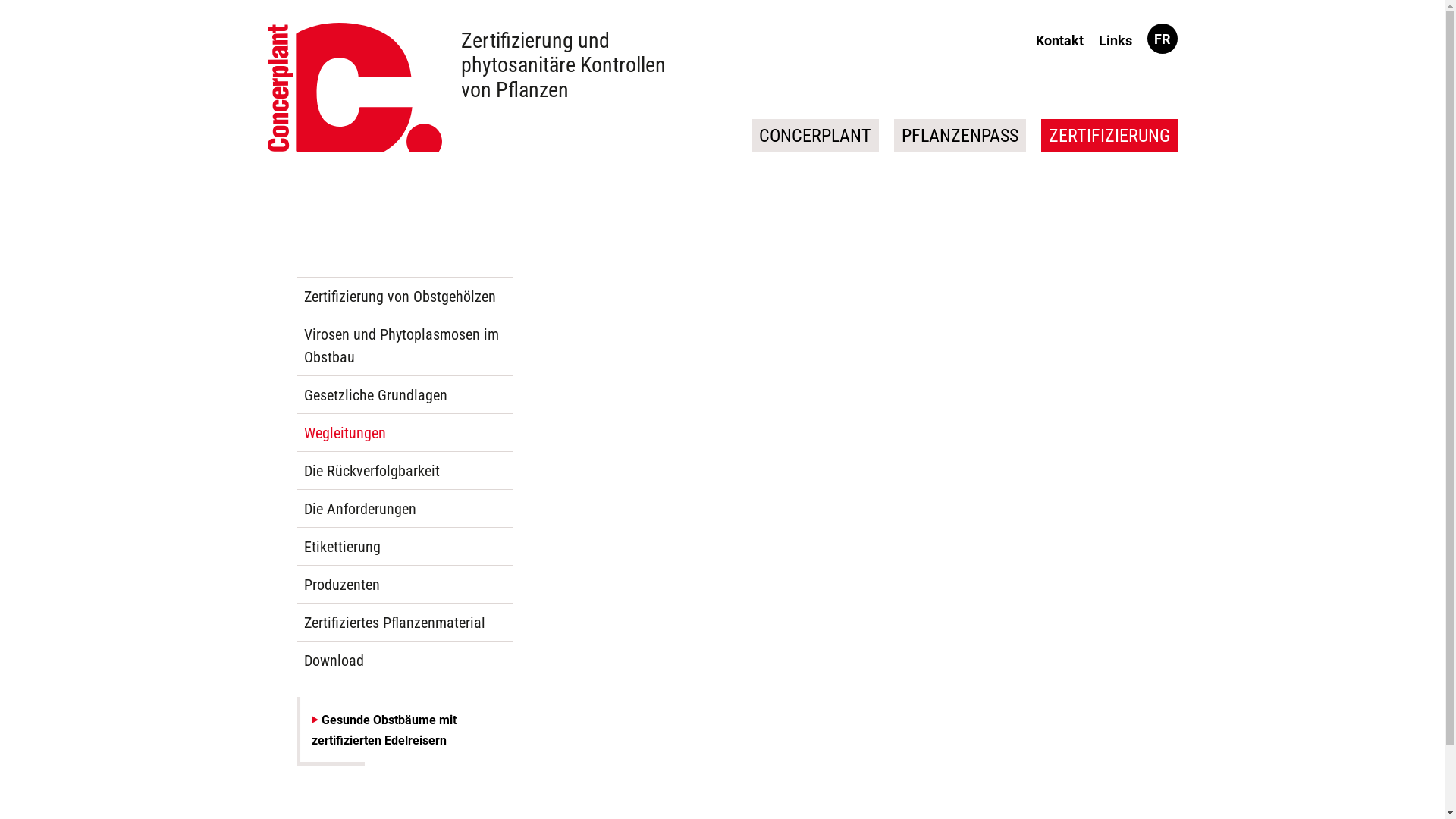 The height and width of the screenshot is (819, 1456). I want to click on 'Gesetzliche Grundlagen', so click(403, 394).